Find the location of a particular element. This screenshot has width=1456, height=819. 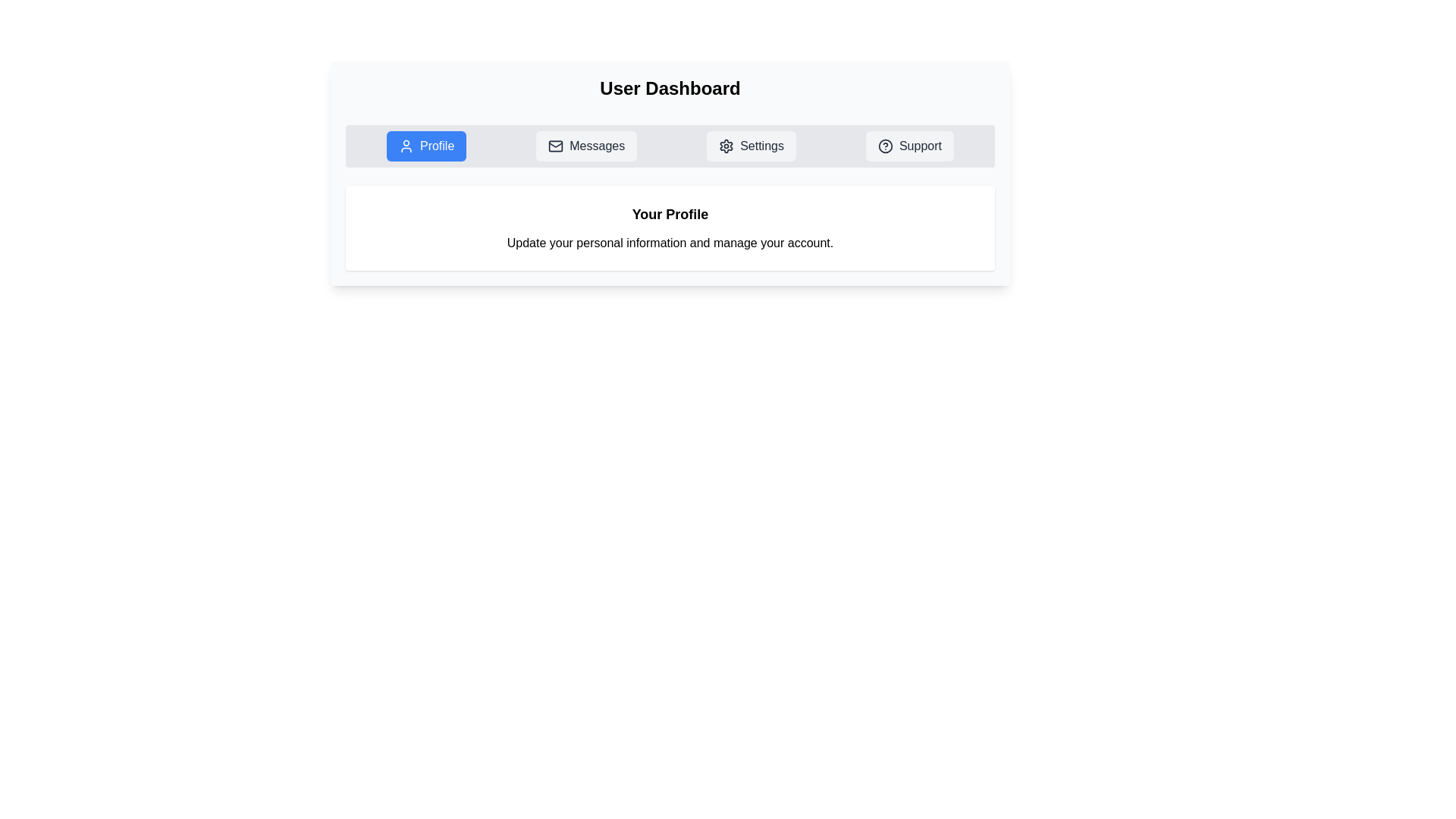

the user profile icon, which is represented as an avatar graphic inside a circular border with a blue background, to trigger tooltips or visual effects is located at coordinates (406, 146).